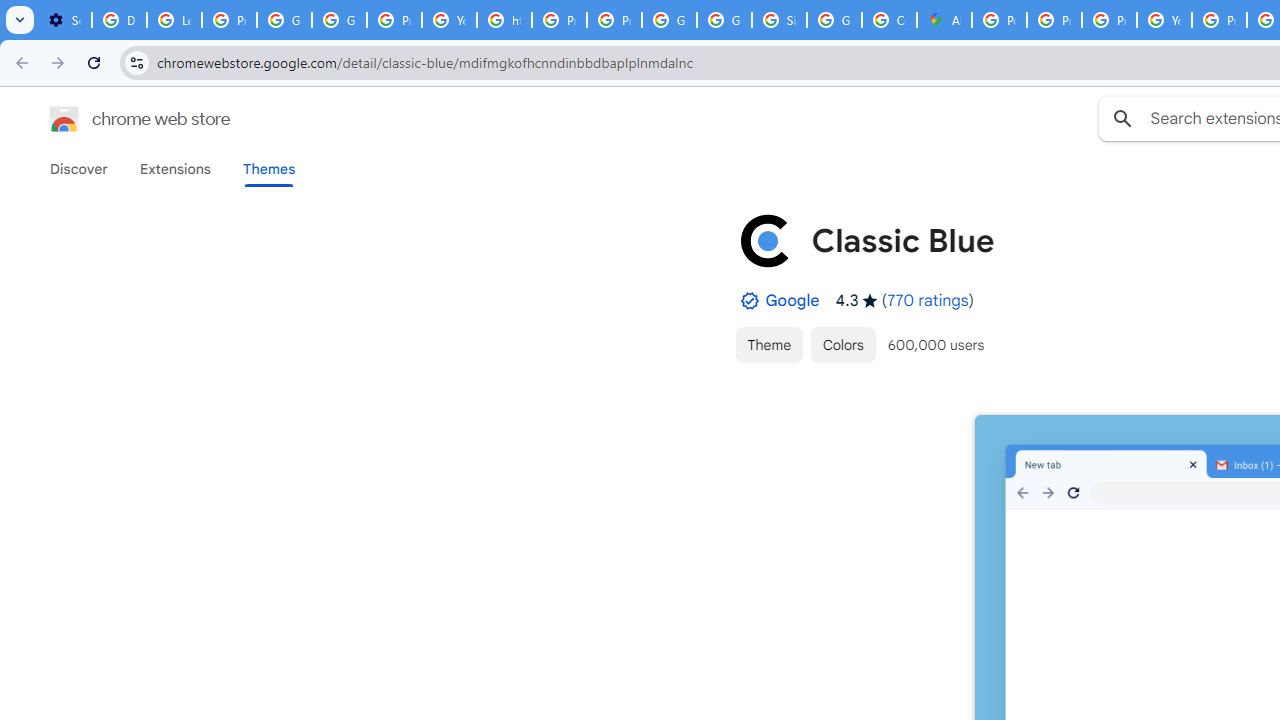  What do you see at coordinates (448, 20) in the screenshot?
I see `'YouTube'` at bounding box center [448, 20].